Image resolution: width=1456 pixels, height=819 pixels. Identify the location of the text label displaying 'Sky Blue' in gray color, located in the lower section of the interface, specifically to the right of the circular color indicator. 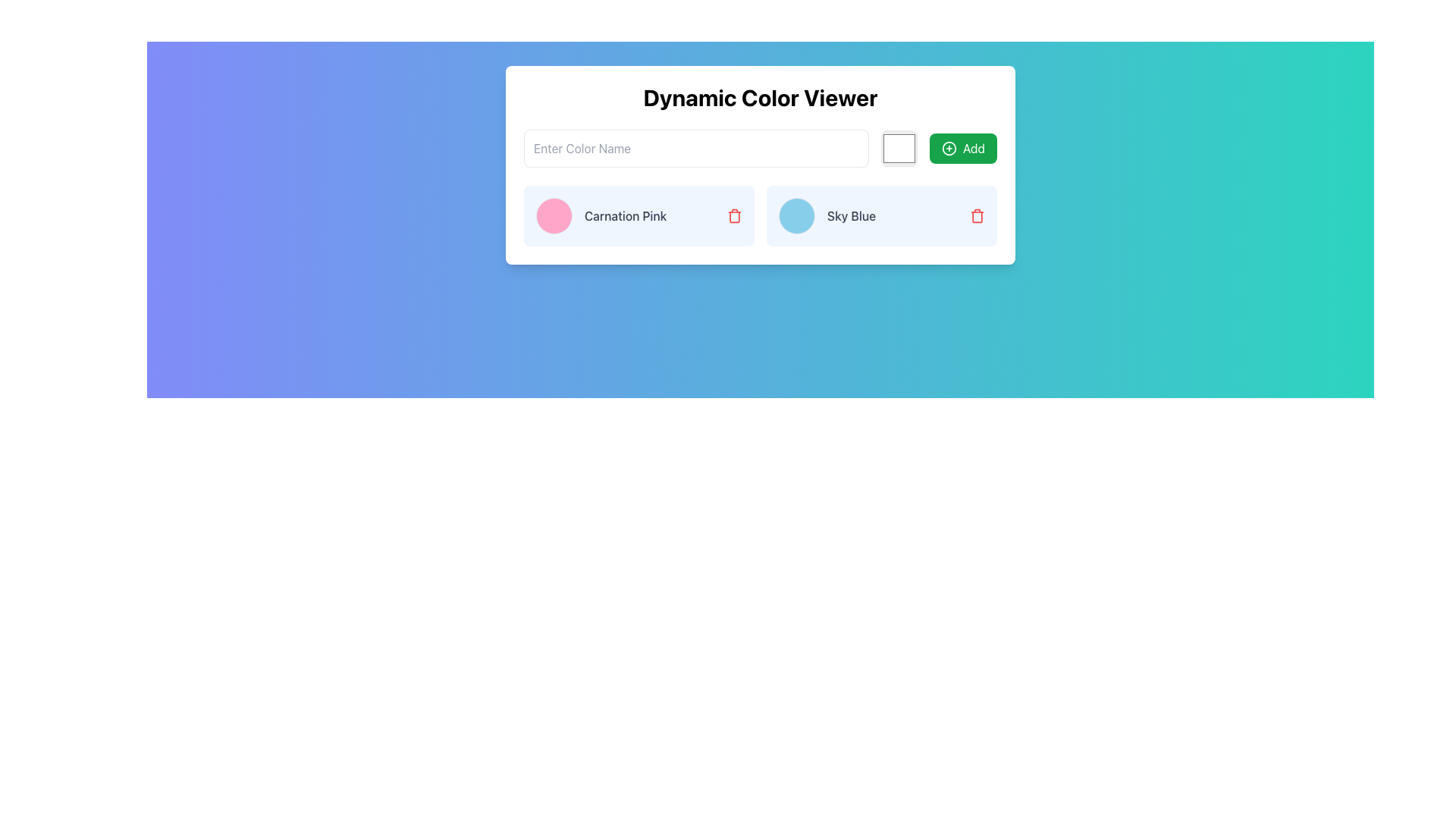
(852, 216).